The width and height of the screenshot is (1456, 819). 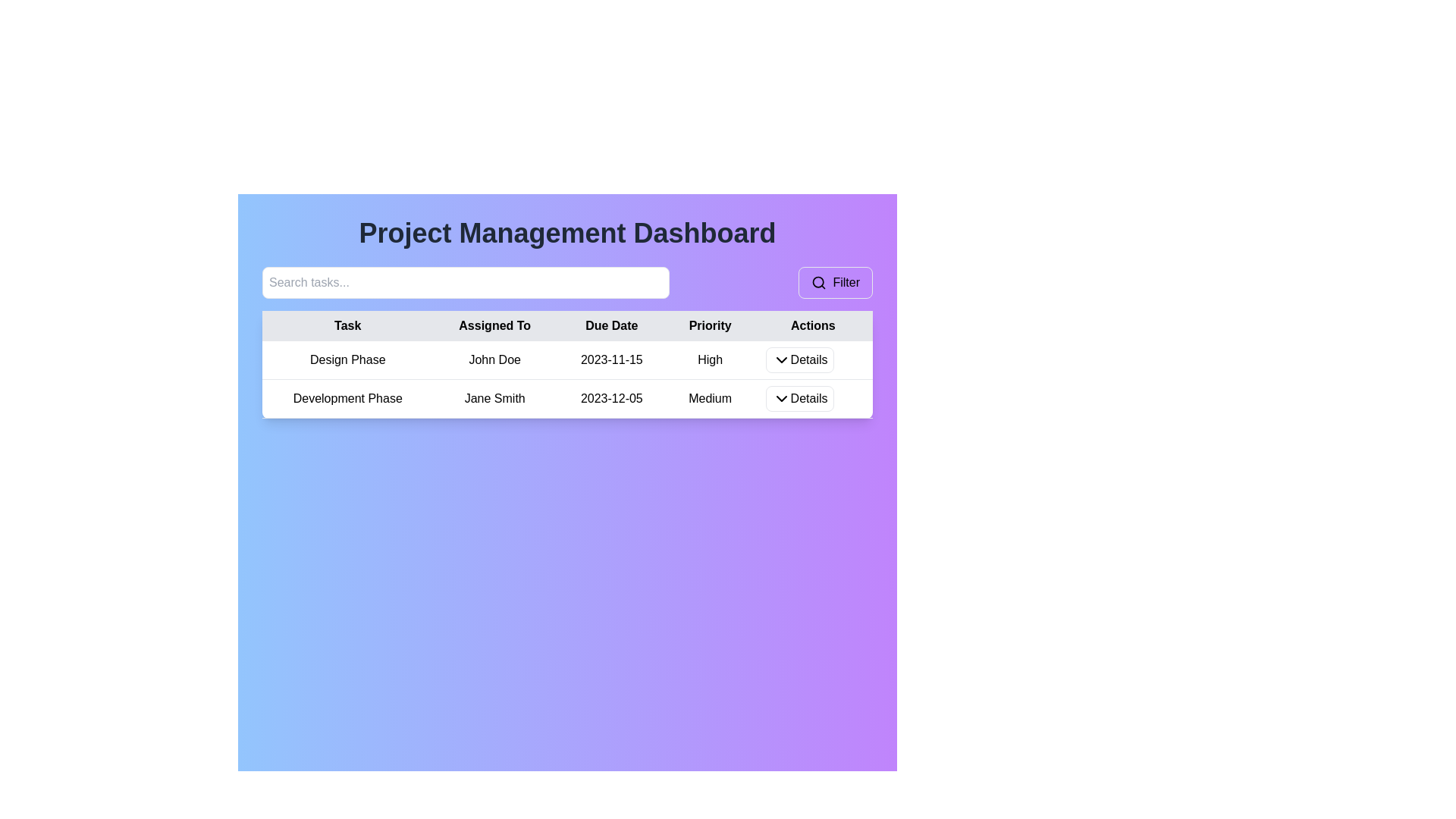 What do you see at coordinates (811, 397) in the screenshot?
I see `the button in the second row of the 'Actions' column` at bounding box center [811, 397].